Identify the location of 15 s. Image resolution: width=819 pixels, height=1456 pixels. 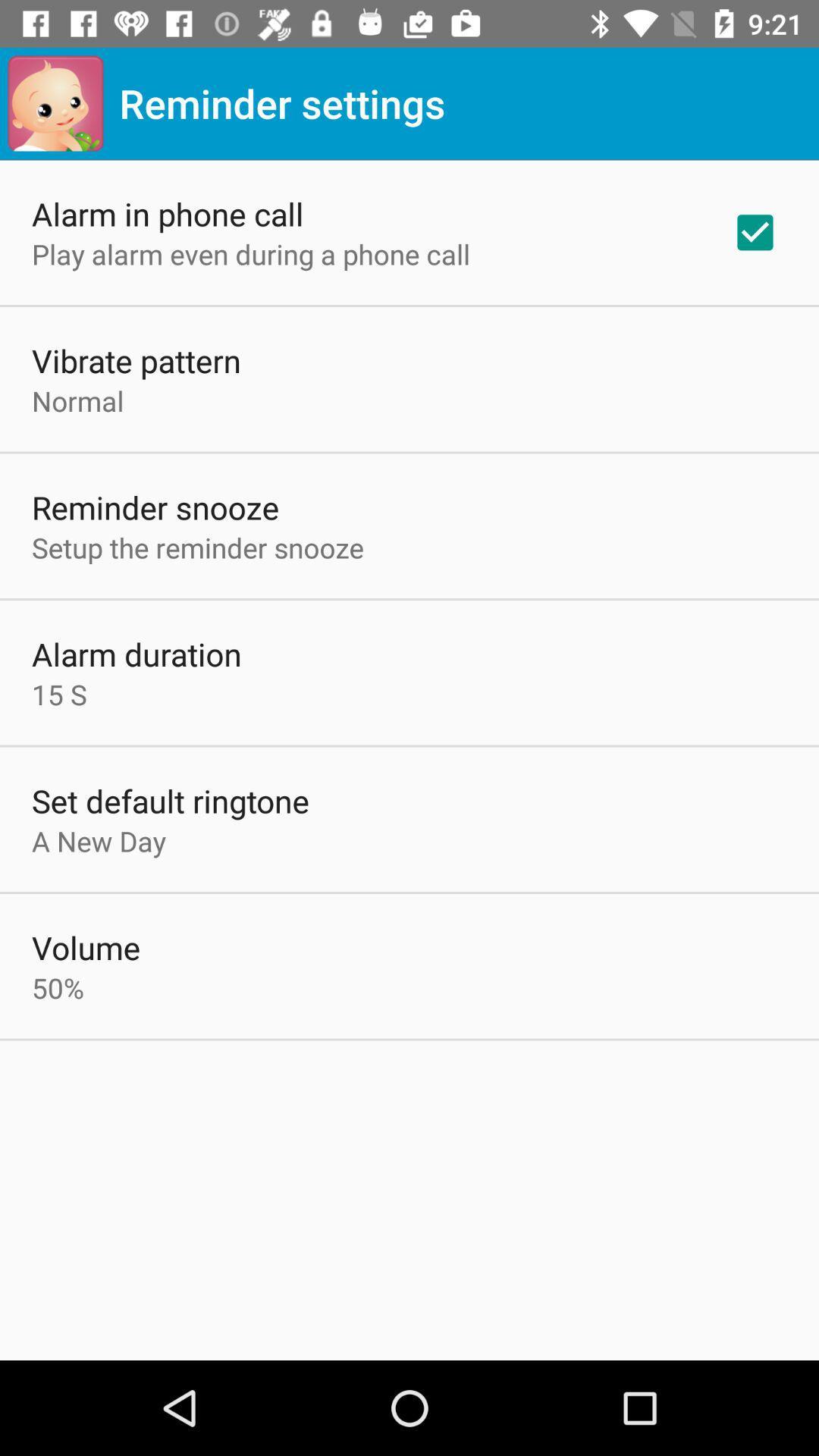
(58, 693).